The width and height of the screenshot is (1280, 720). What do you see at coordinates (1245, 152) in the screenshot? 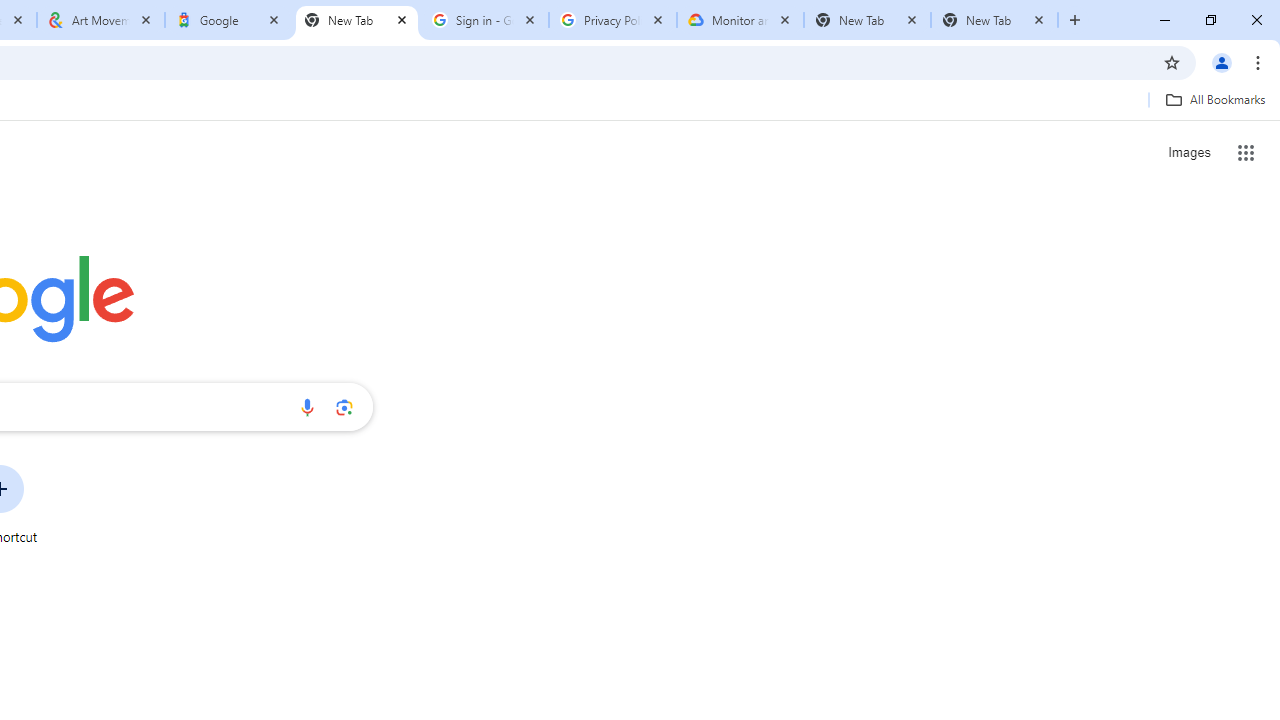
I see `'Google apps'` at bounding box center [1245, 152].